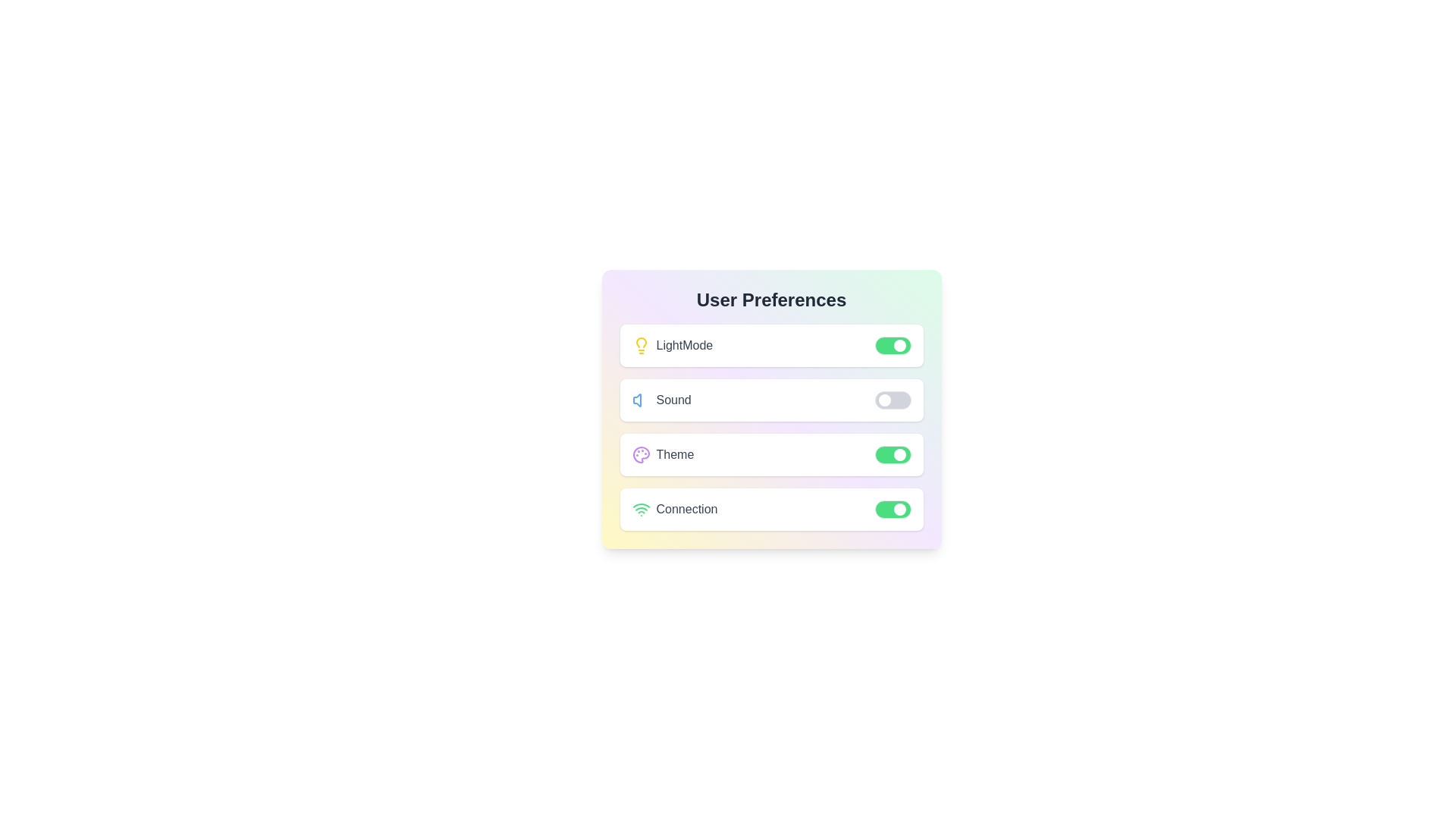 Image resolution: width=1456 pixels, height=819 pixels. What do you see at coordinates (771, 409) in the screenshot?
I see `the sound toggle setting in the User Preferences panel` at bounding box center [771, 409].